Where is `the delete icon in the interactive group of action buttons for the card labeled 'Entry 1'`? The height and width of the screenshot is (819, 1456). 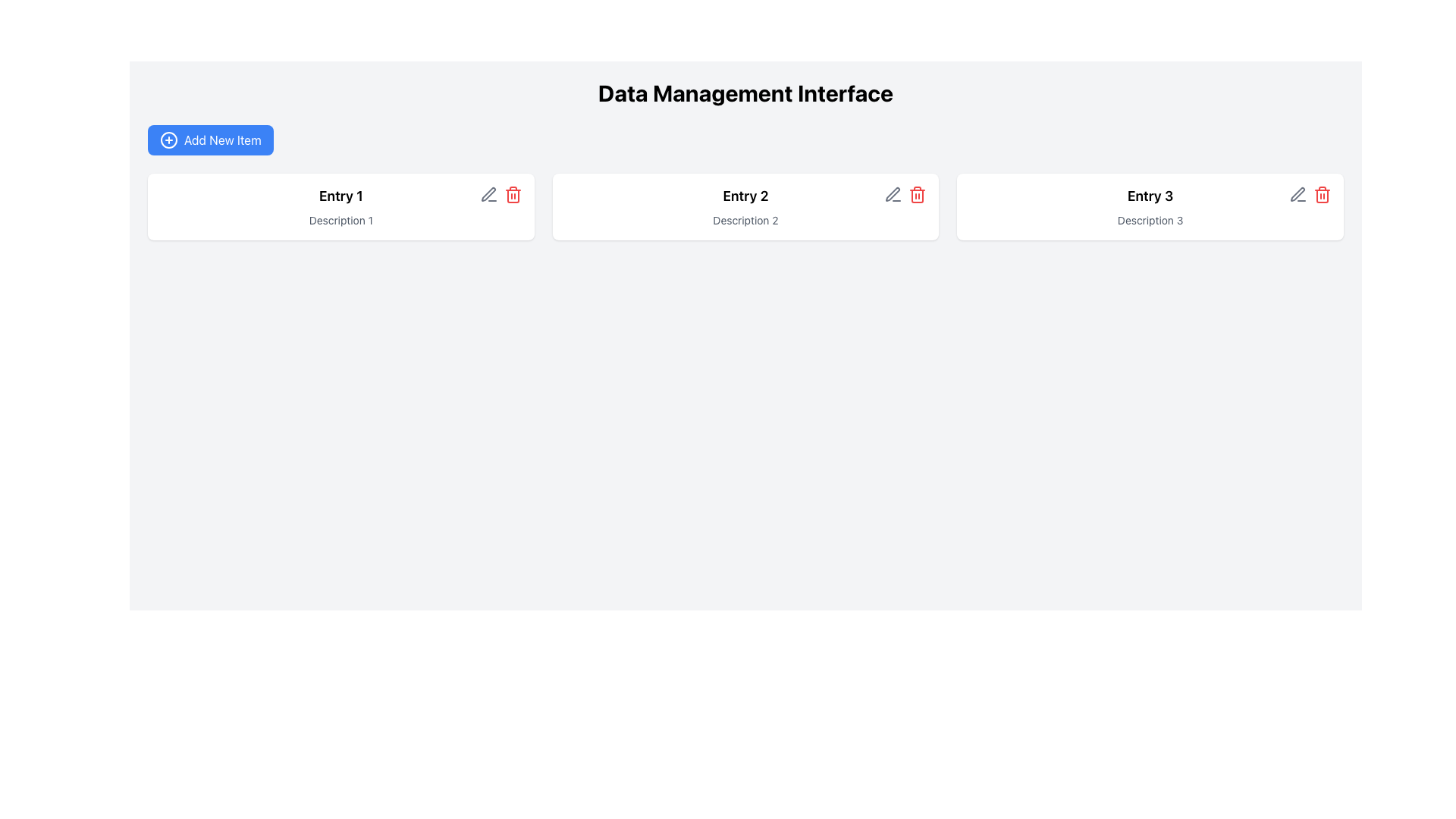 the delete icon in the interactive group of action buttons for the card labeled 'Entry 1' is located at coordinates (500, 194).